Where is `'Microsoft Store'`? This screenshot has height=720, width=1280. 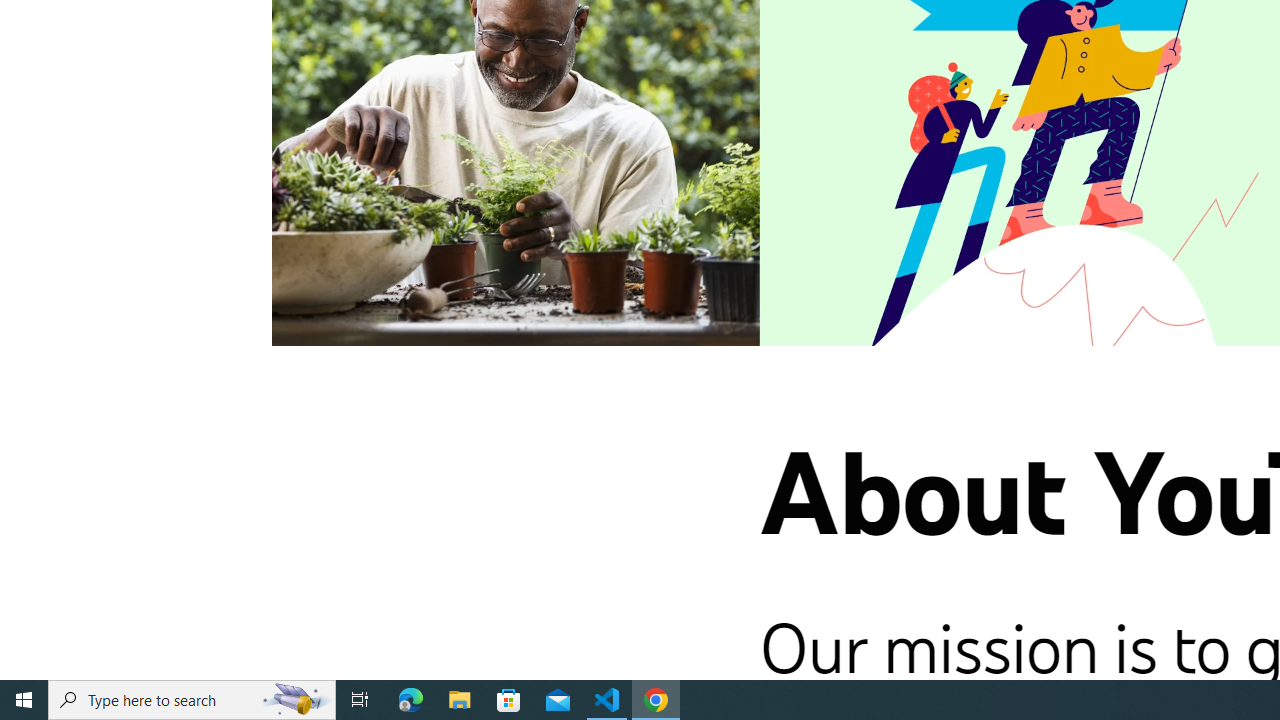
'Microsoft Store' is located at coordinates (509, 698).